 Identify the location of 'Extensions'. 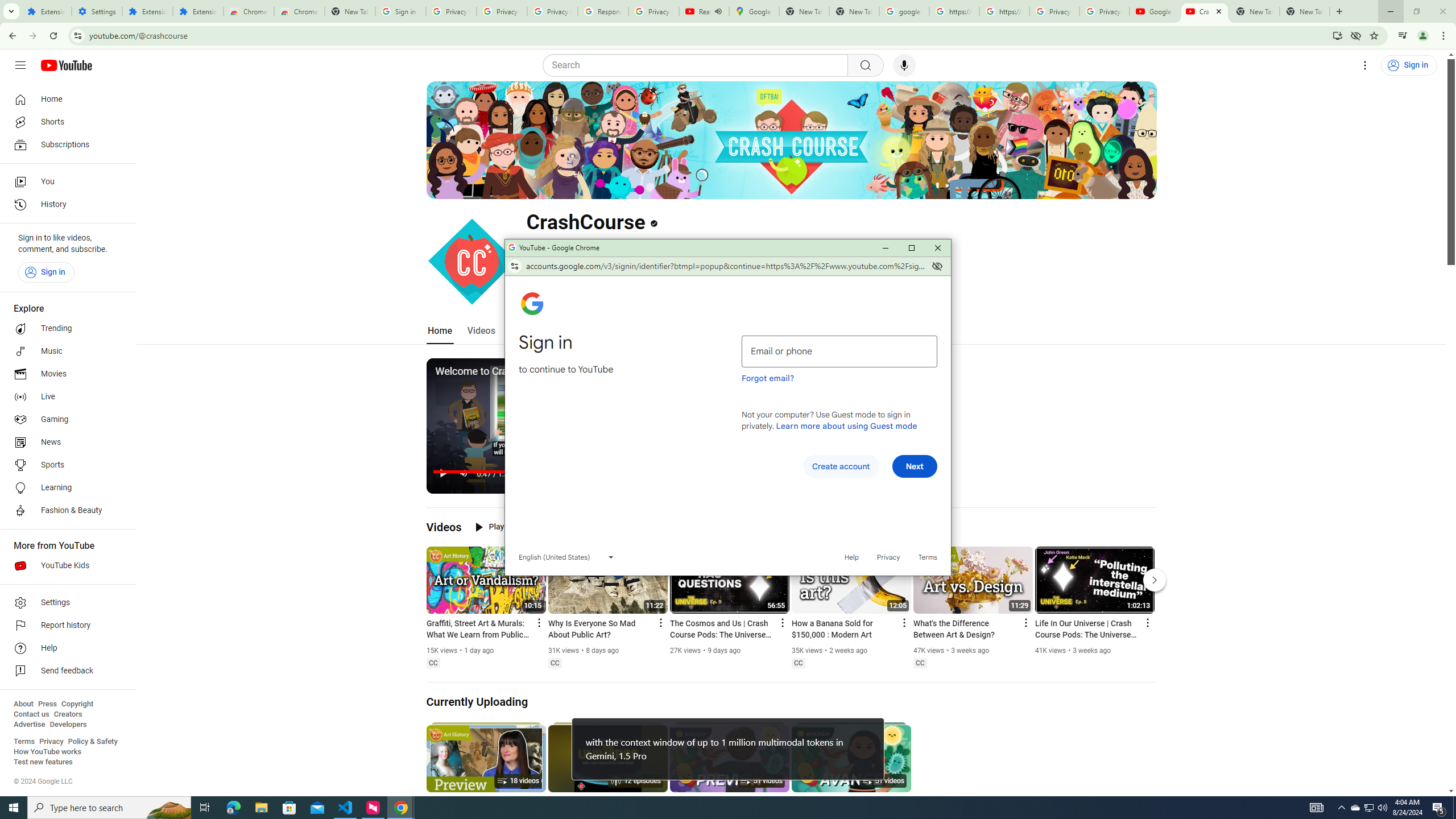
(146, 11).